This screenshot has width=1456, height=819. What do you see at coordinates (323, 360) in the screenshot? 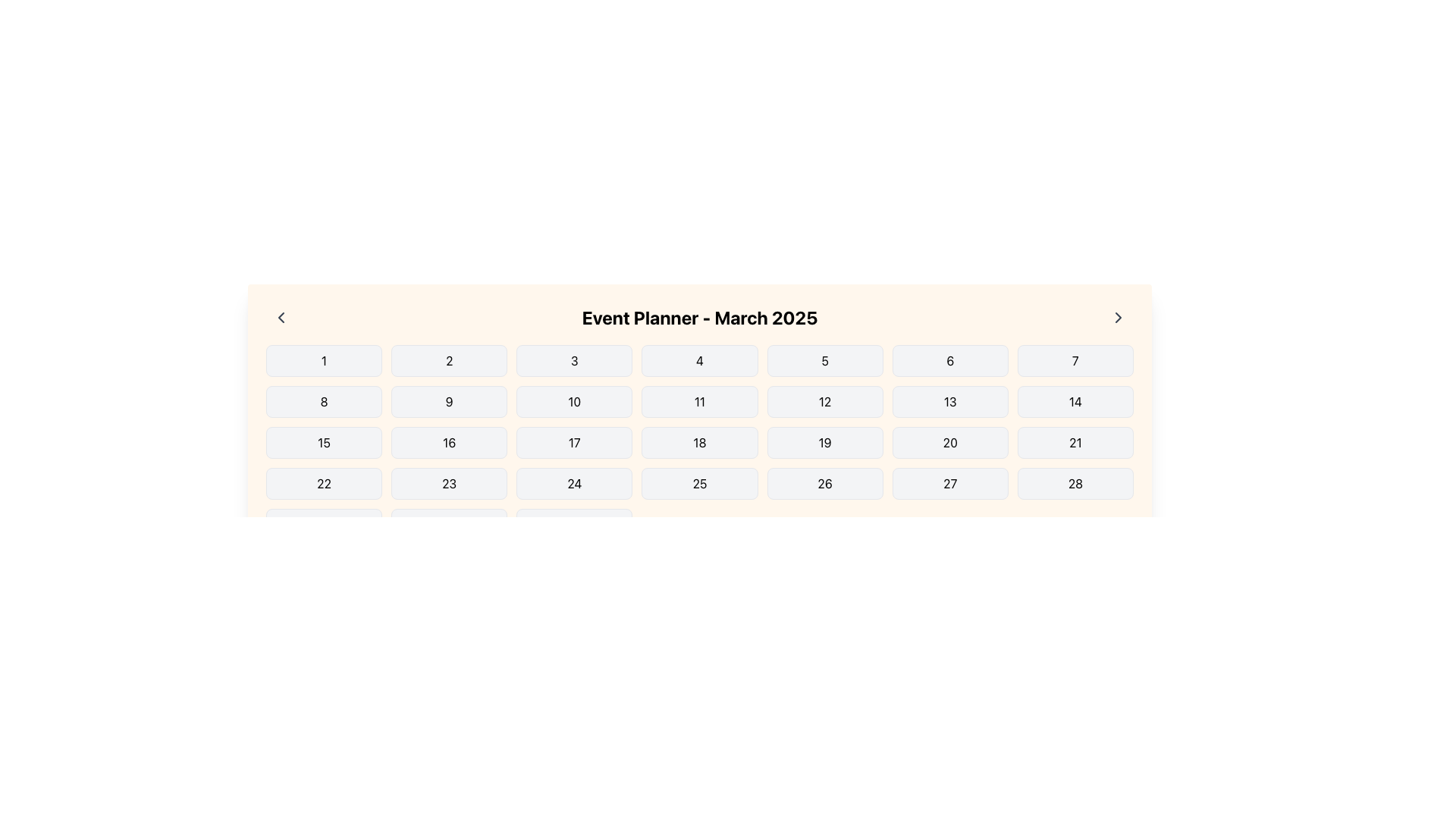
I see `the numeric text displaying '1' located in the first tile of the calendar grid` at bounding box center [323, 360].